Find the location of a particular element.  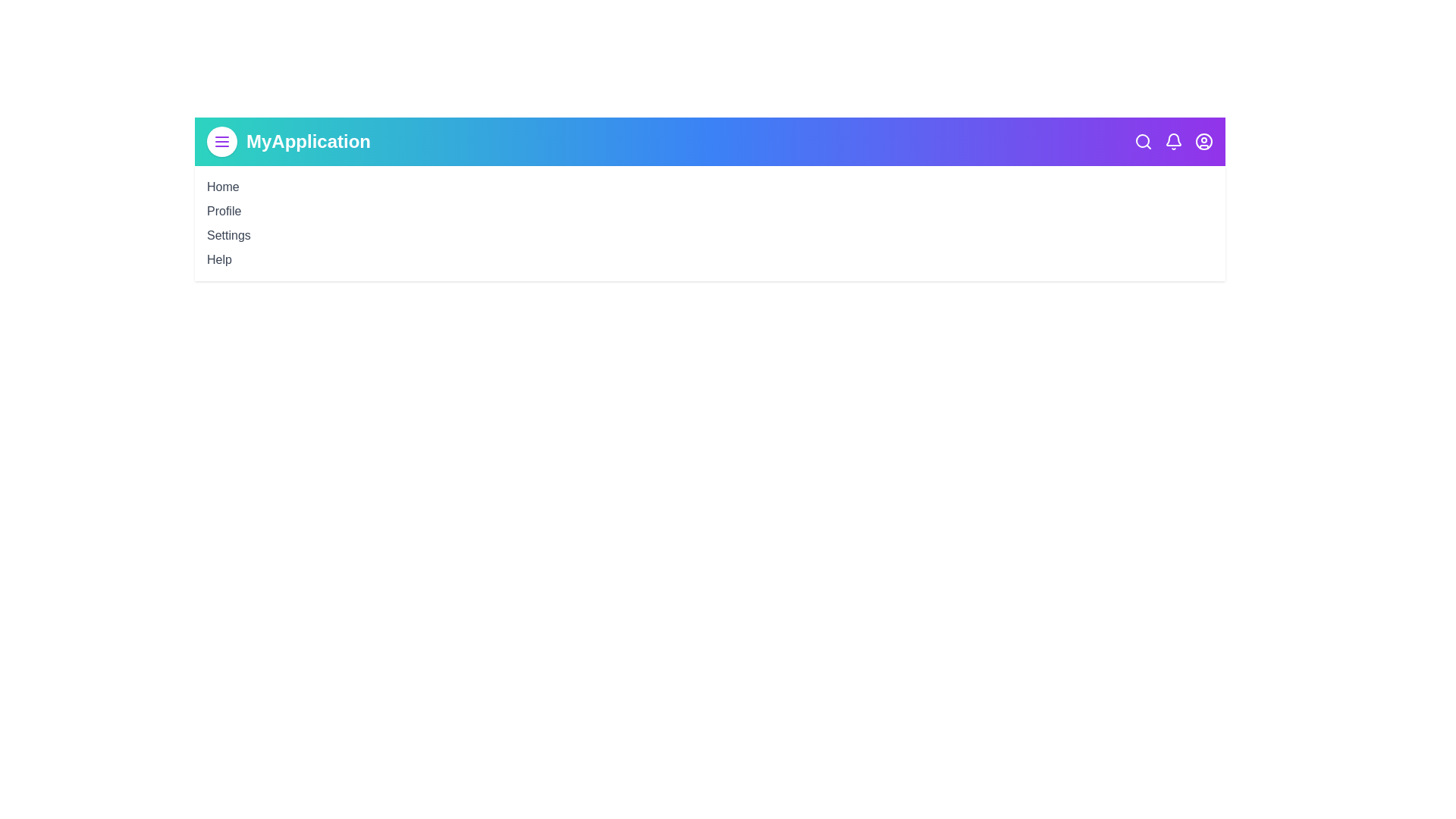

the Home navigation link is located at coordinates (221, 186).